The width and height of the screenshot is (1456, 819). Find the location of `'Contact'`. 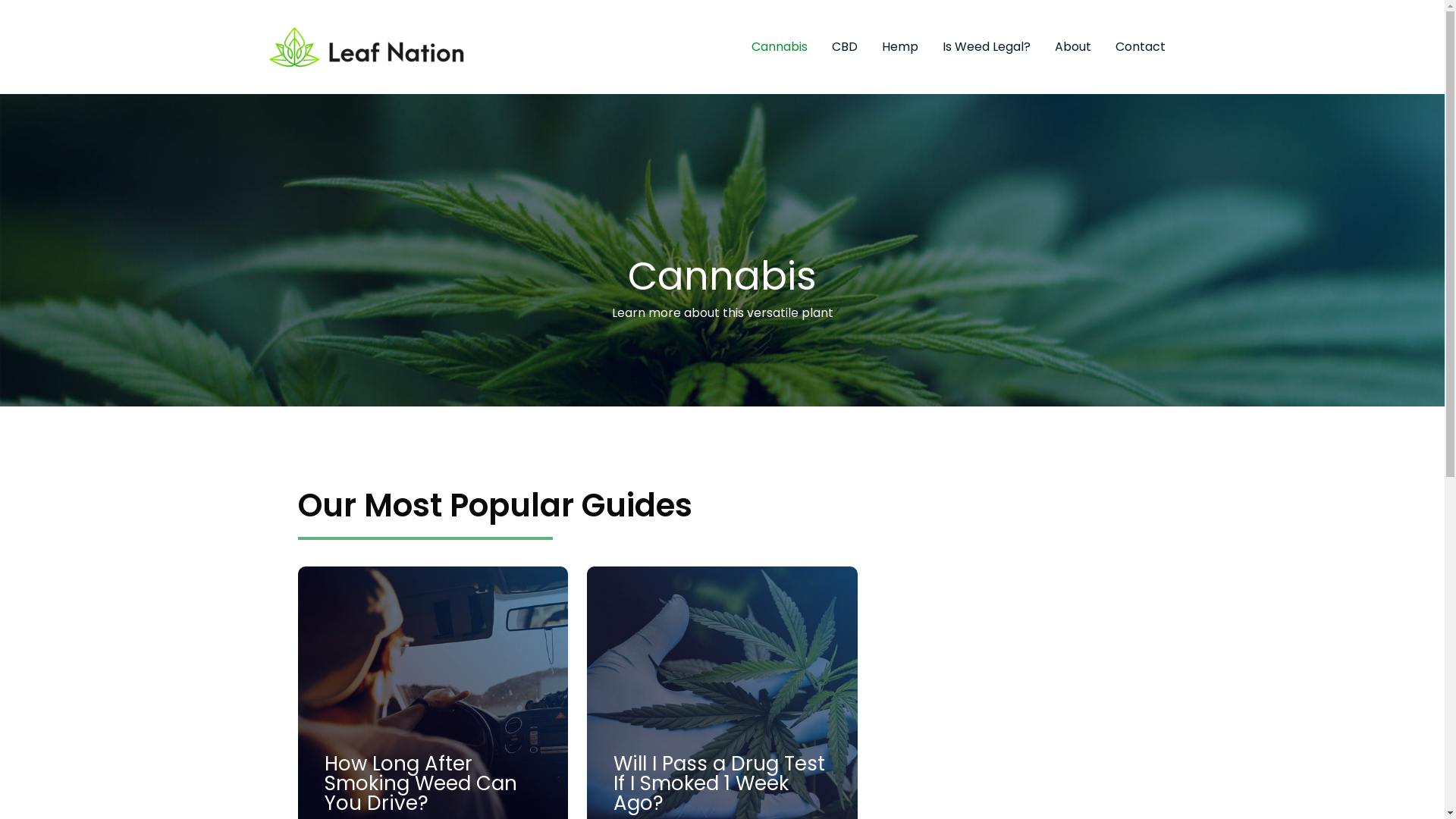

'Contact' is located at coordinates (1139, 45).